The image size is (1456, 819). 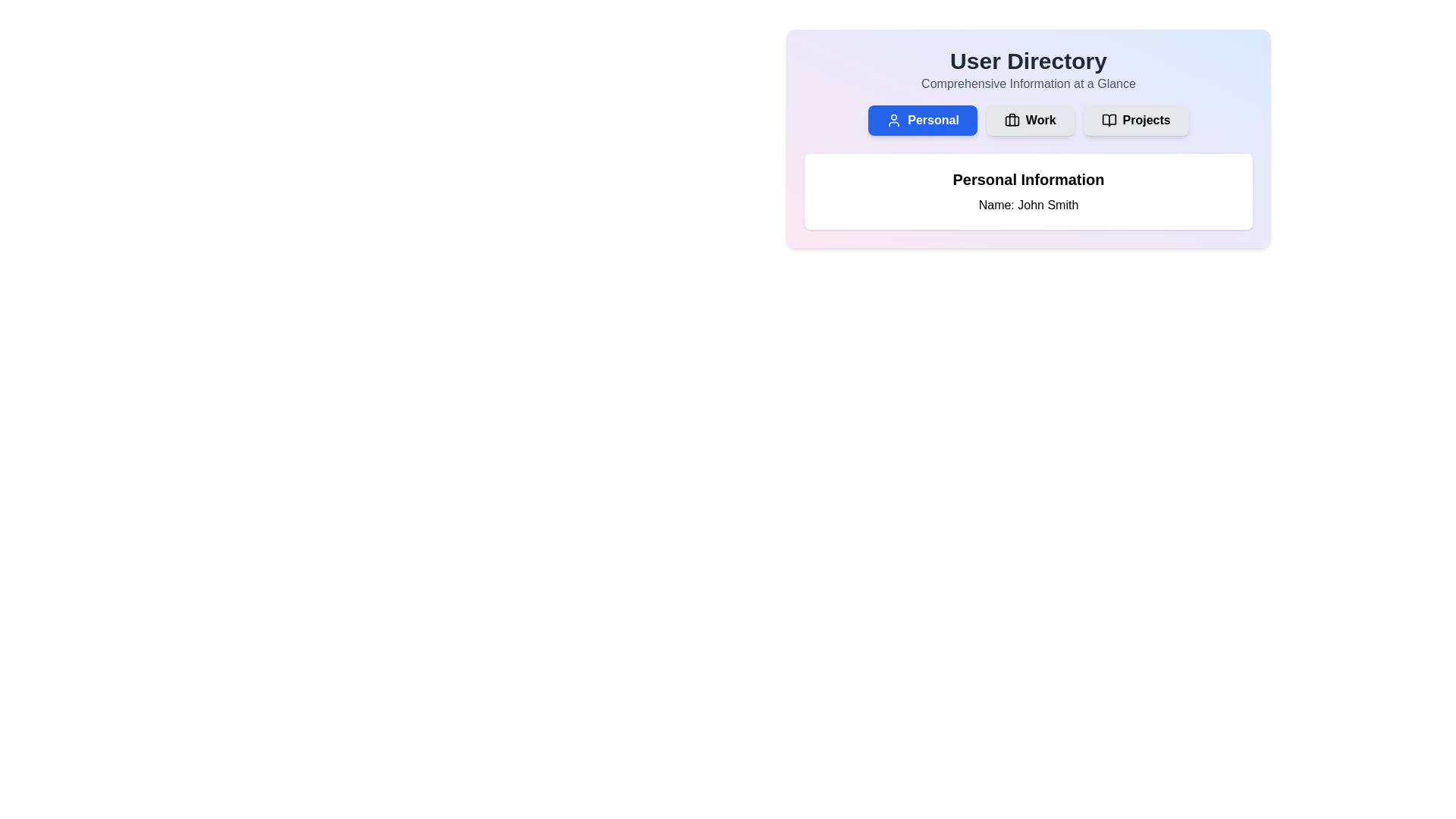 What do you see at coordinates (1028, 84) in the screenshot?
I see `the Text label that serves as a subheading or description for the 'User Directory' section, located beneath the 'User Directory' title` at bounding box center [1028, 84].